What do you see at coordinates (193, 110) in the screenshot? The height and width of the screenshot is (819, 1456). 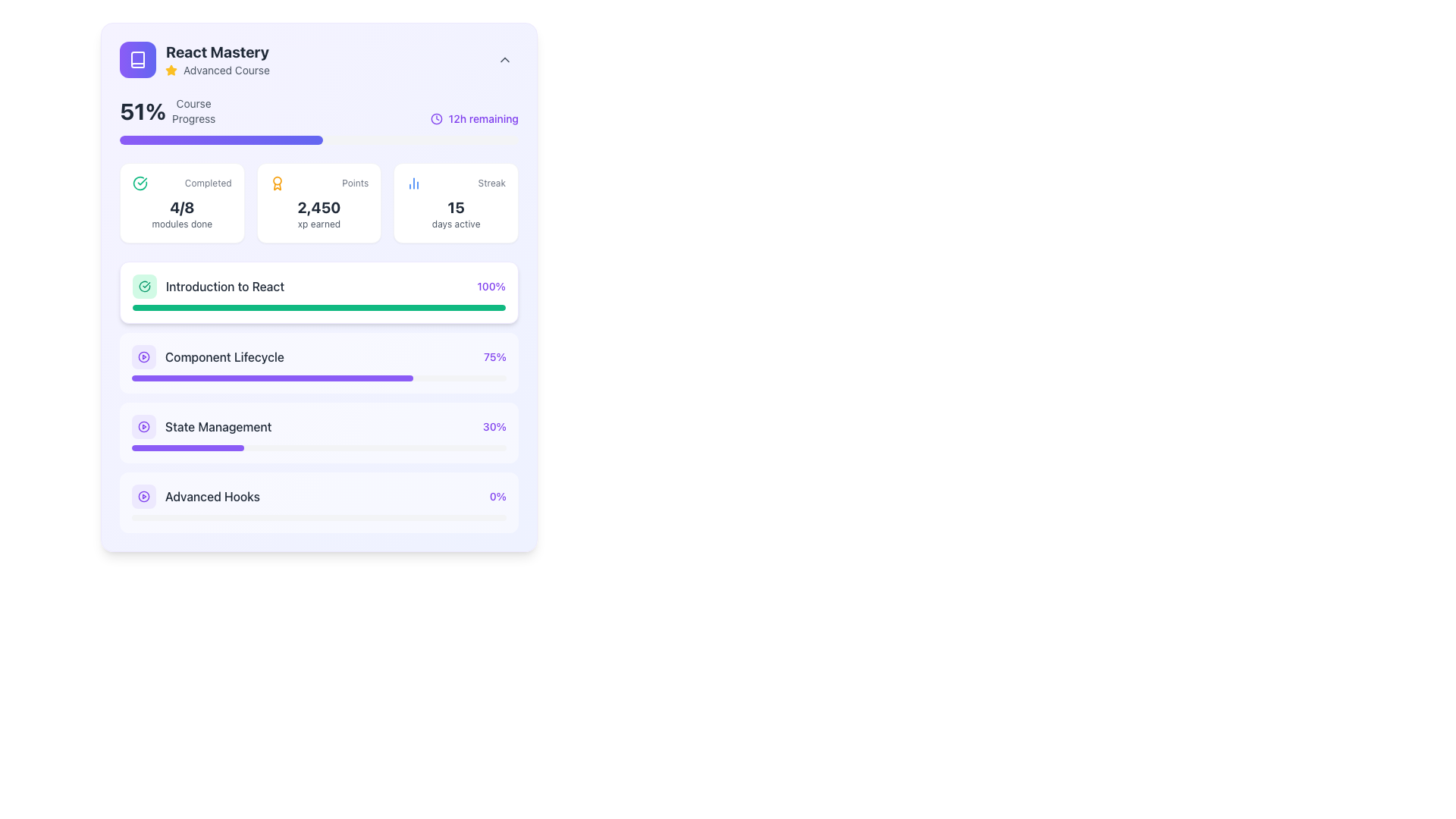 I see `the text label that describes the progress percentage, positioned below the '51%' text and above the progress bar in the top-left quadrant of the card` at bounding box center [193, 110].